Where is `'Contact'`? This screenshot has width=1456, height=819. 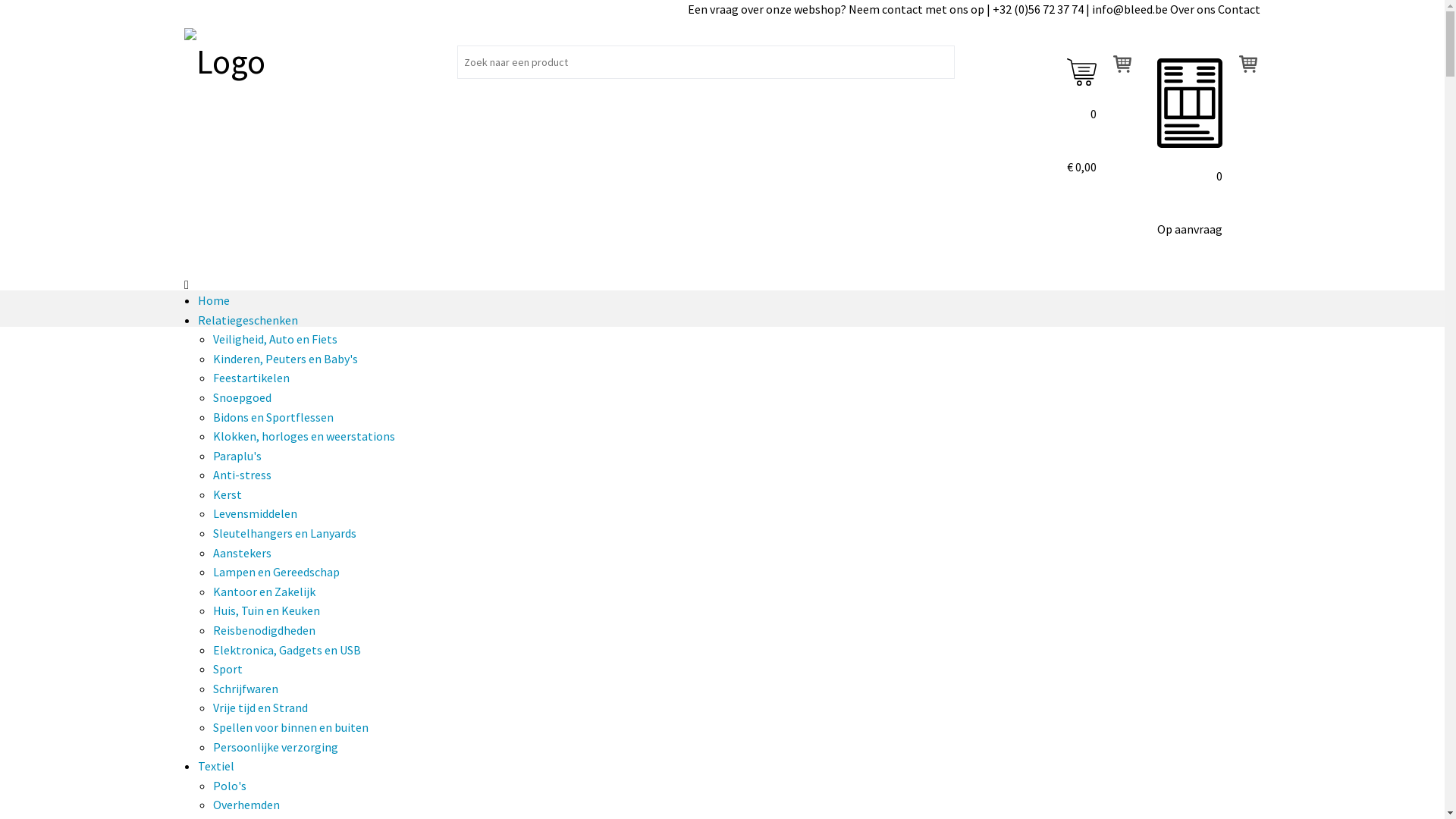 'Contact' is located at coordinates (1238, 8).